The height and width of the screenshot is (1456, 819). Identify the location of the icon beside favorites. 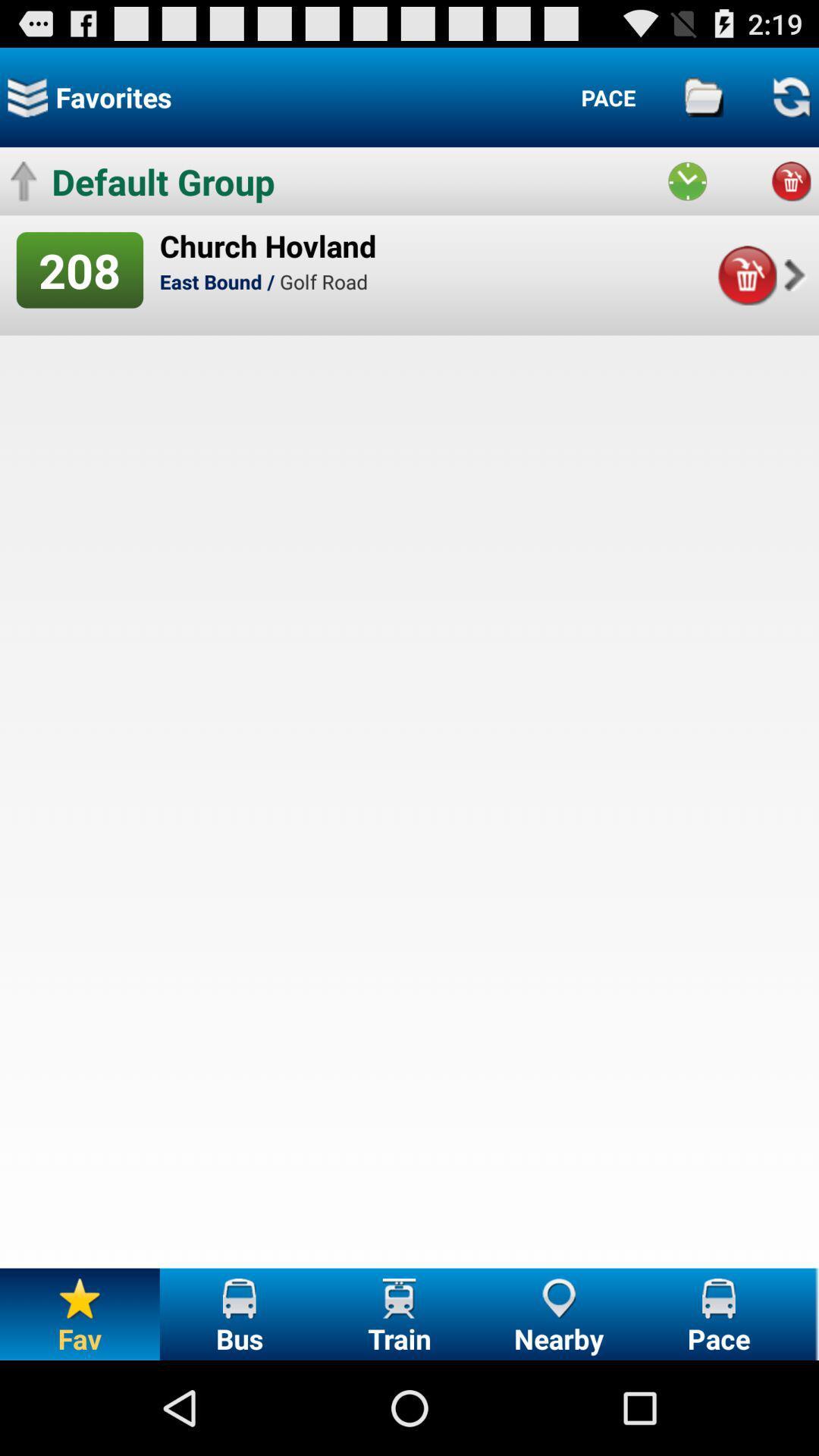
(28, 96).